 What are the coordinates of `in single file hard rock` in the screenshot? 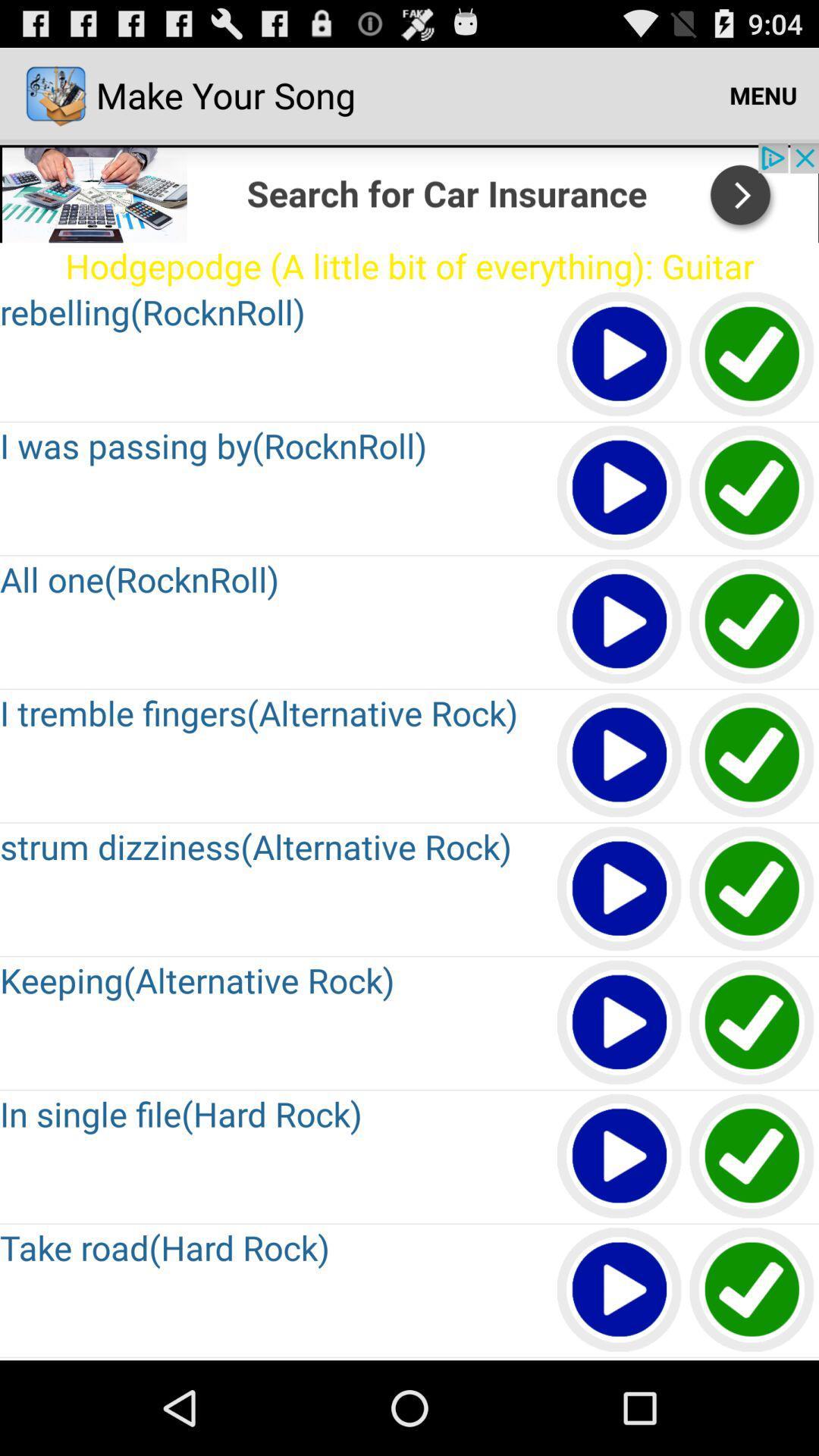 It's located at (620, 1156).